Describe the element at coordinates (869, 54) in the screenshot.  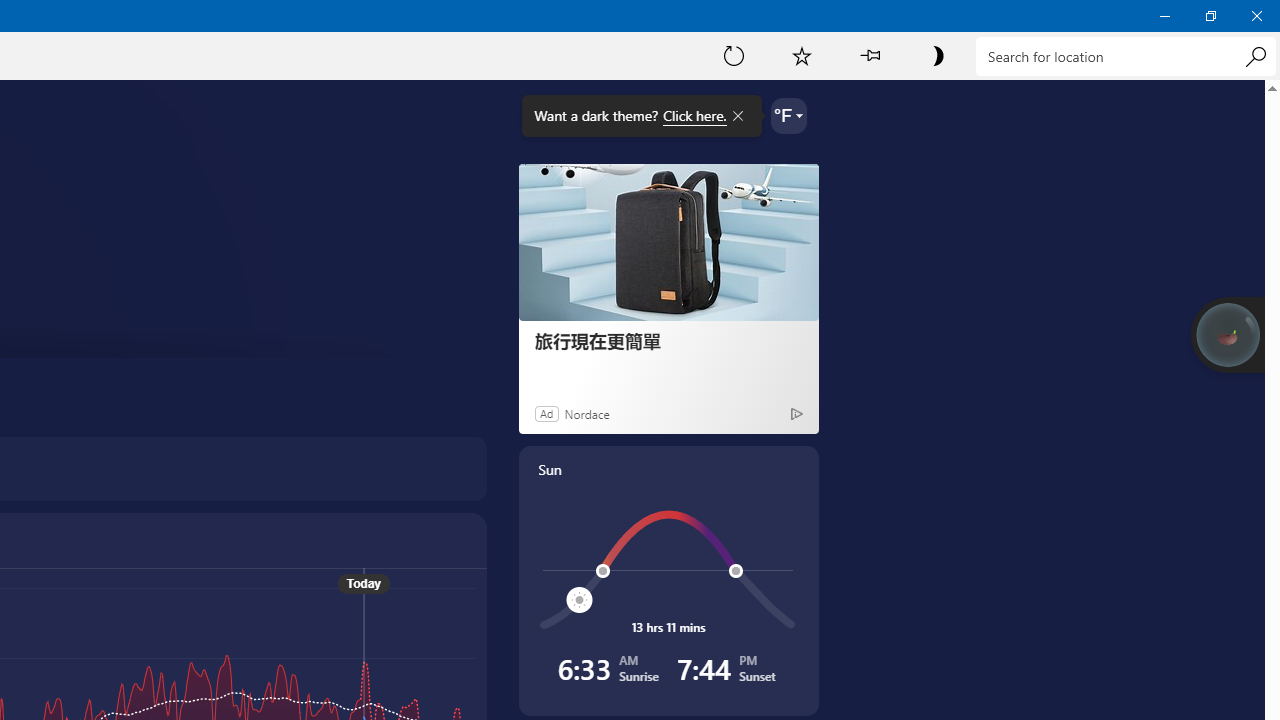
I see `'Pin'` at that location.